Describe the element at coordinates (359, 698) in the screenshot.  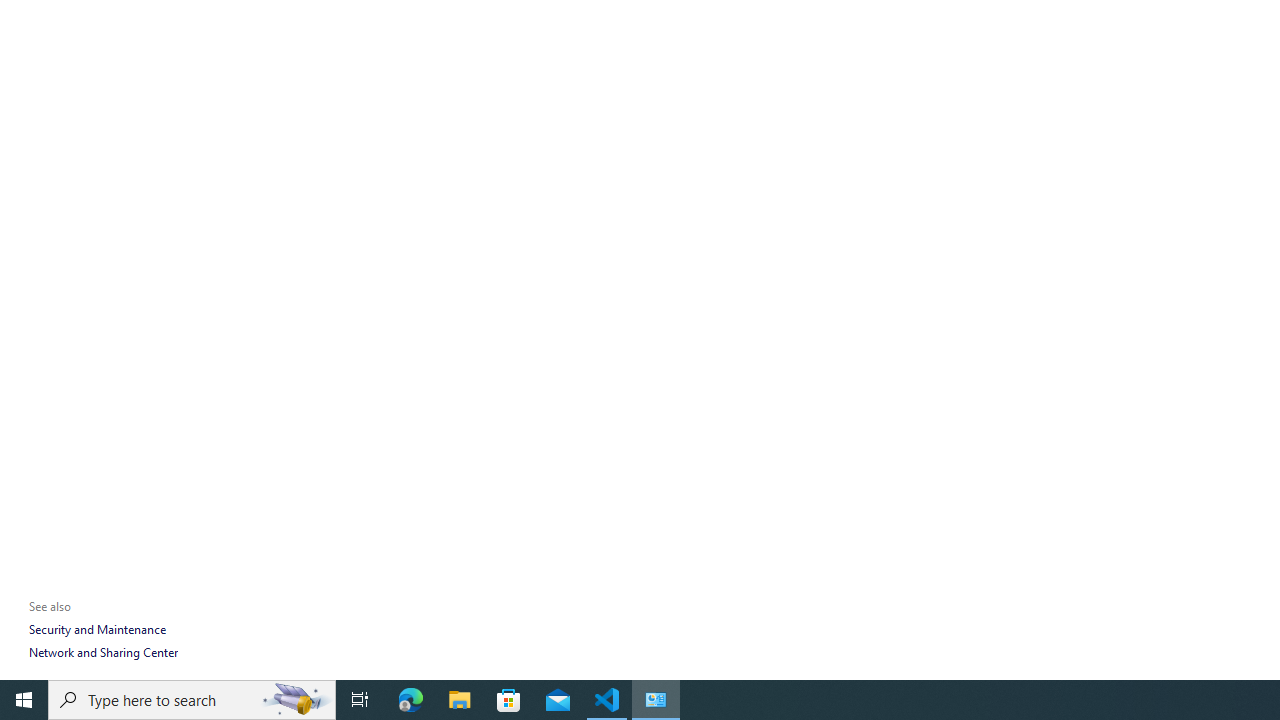
I see `'Task View'` at that location.